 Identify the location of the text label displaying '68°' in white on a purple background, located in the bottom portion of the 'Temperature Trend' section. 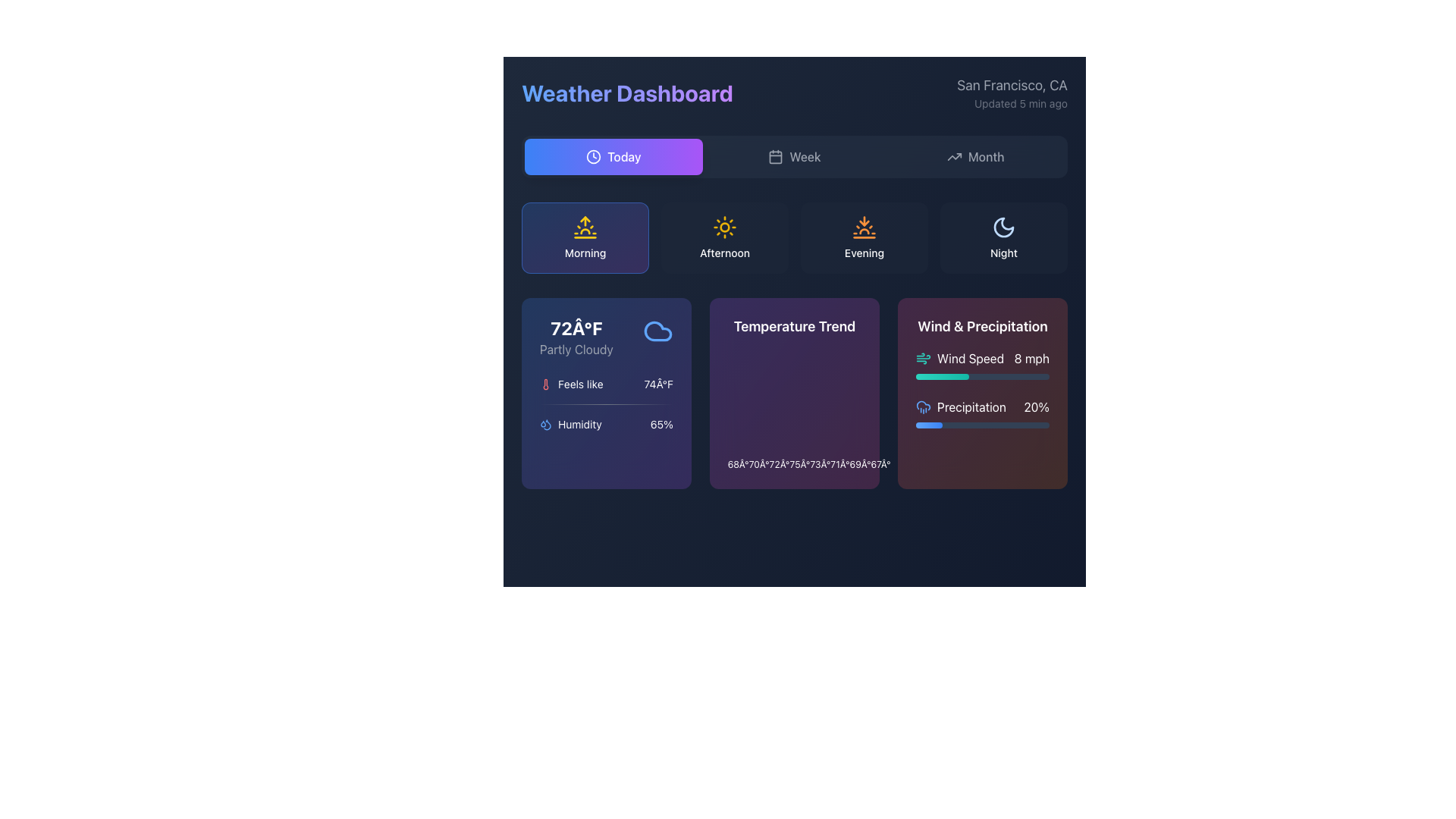
(739, 464).